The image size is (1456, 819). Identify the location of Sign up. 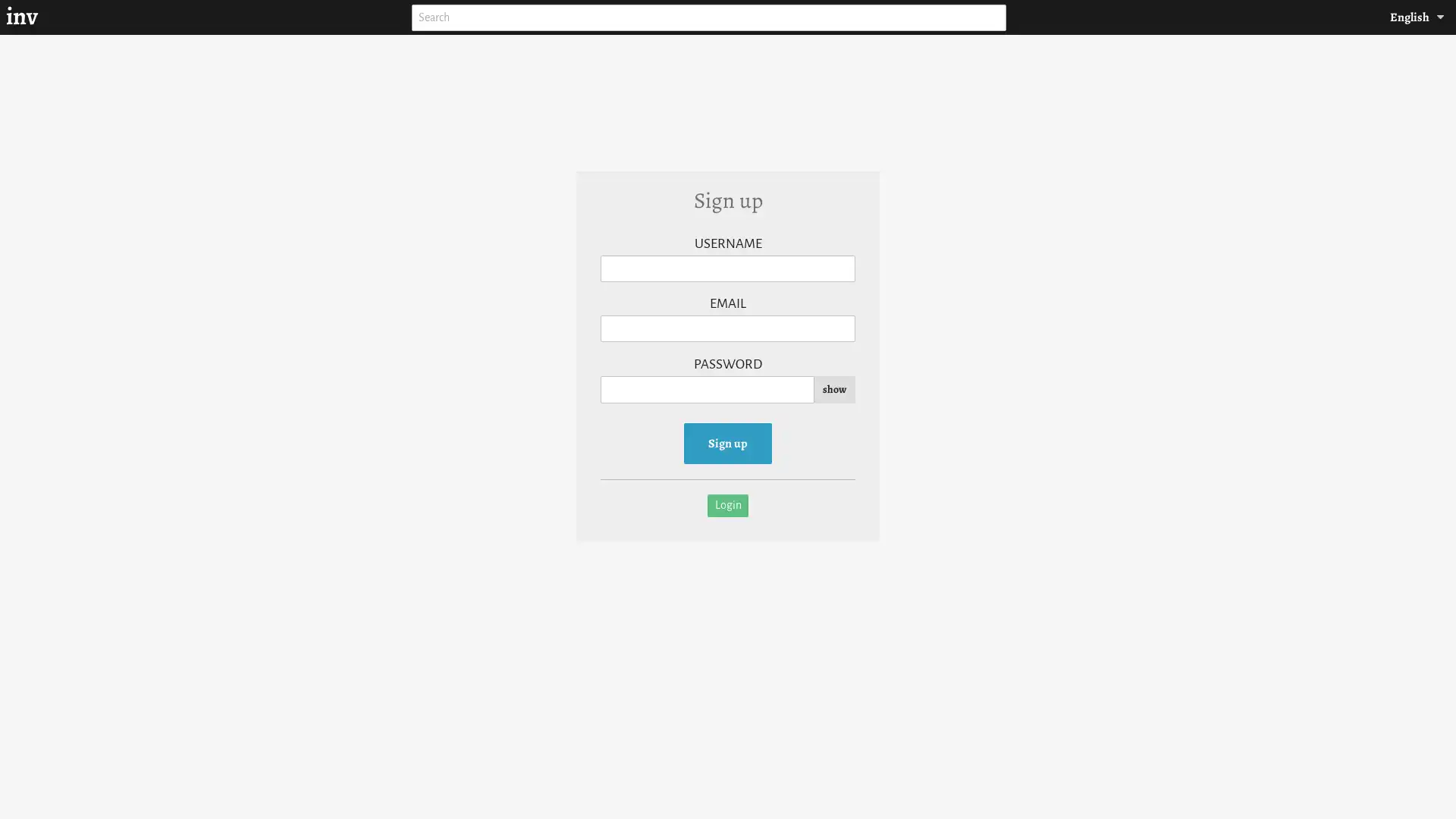
(728, 444).